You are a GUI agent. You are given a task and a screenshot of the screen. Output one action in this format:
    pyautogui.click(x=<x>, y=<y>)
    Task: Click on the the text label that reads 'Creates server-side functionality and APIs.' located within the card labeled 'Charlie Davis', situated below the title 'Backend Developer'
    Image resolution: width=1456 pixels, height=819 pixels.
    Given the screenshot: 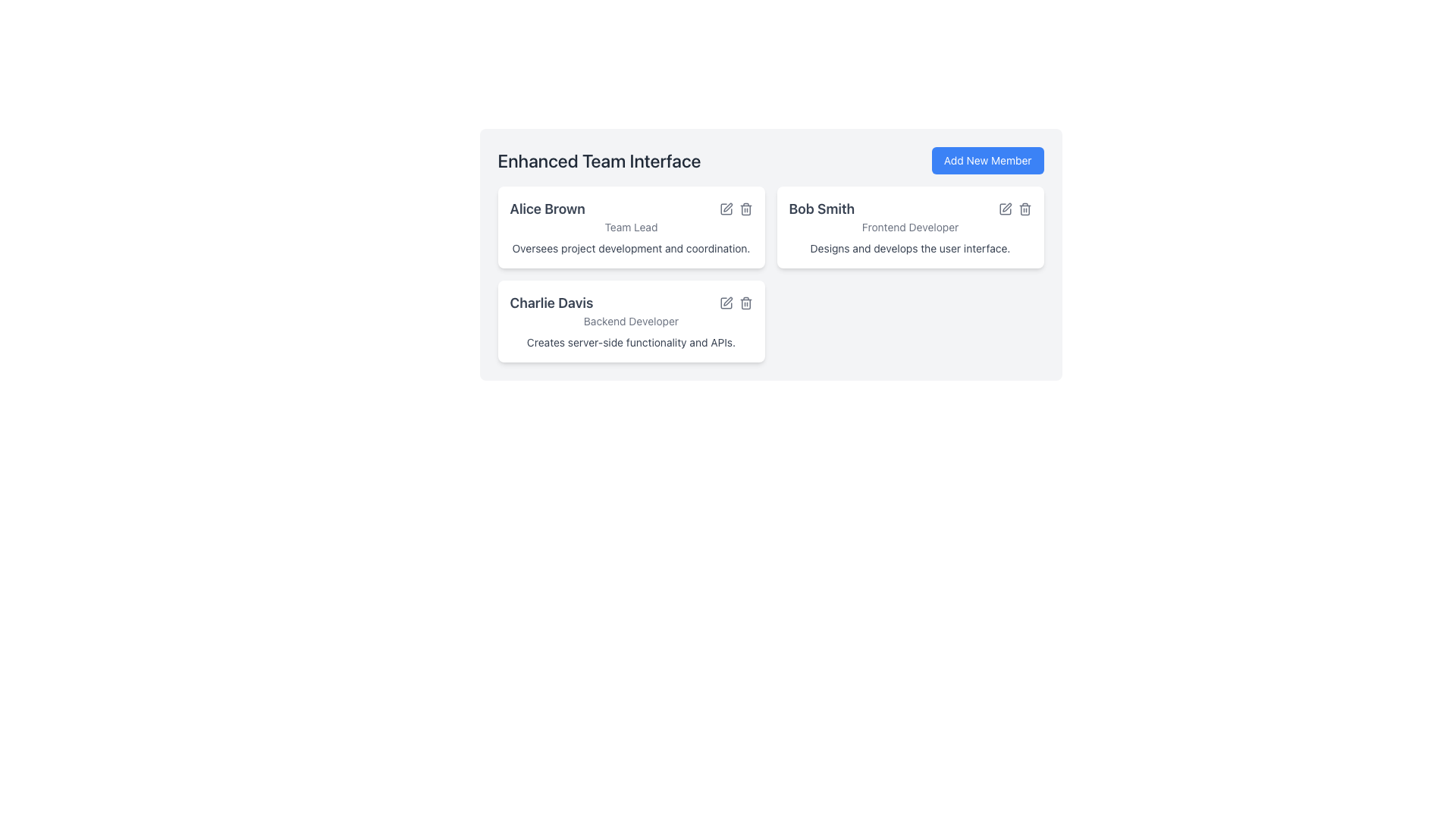 What is the action you would take?
    pyautogui.click(x=631, y=342)
    